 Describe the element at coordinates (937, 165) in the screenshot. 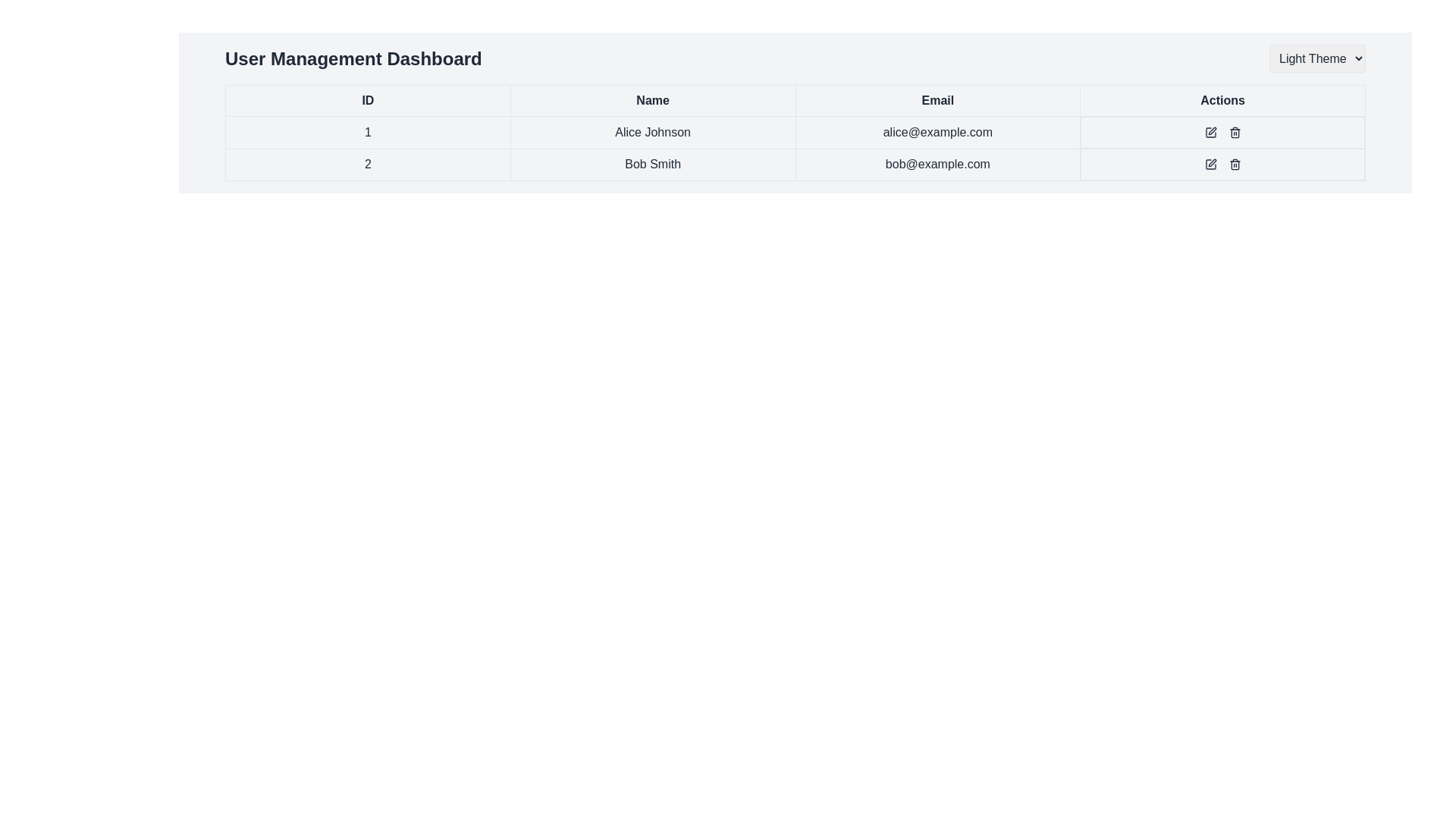

I see `the text field displaying the email address 'bob@example.com', which is styled with a bordered design and located under the 'Email' column in the table row for user 'Bob Smith'` at that location.